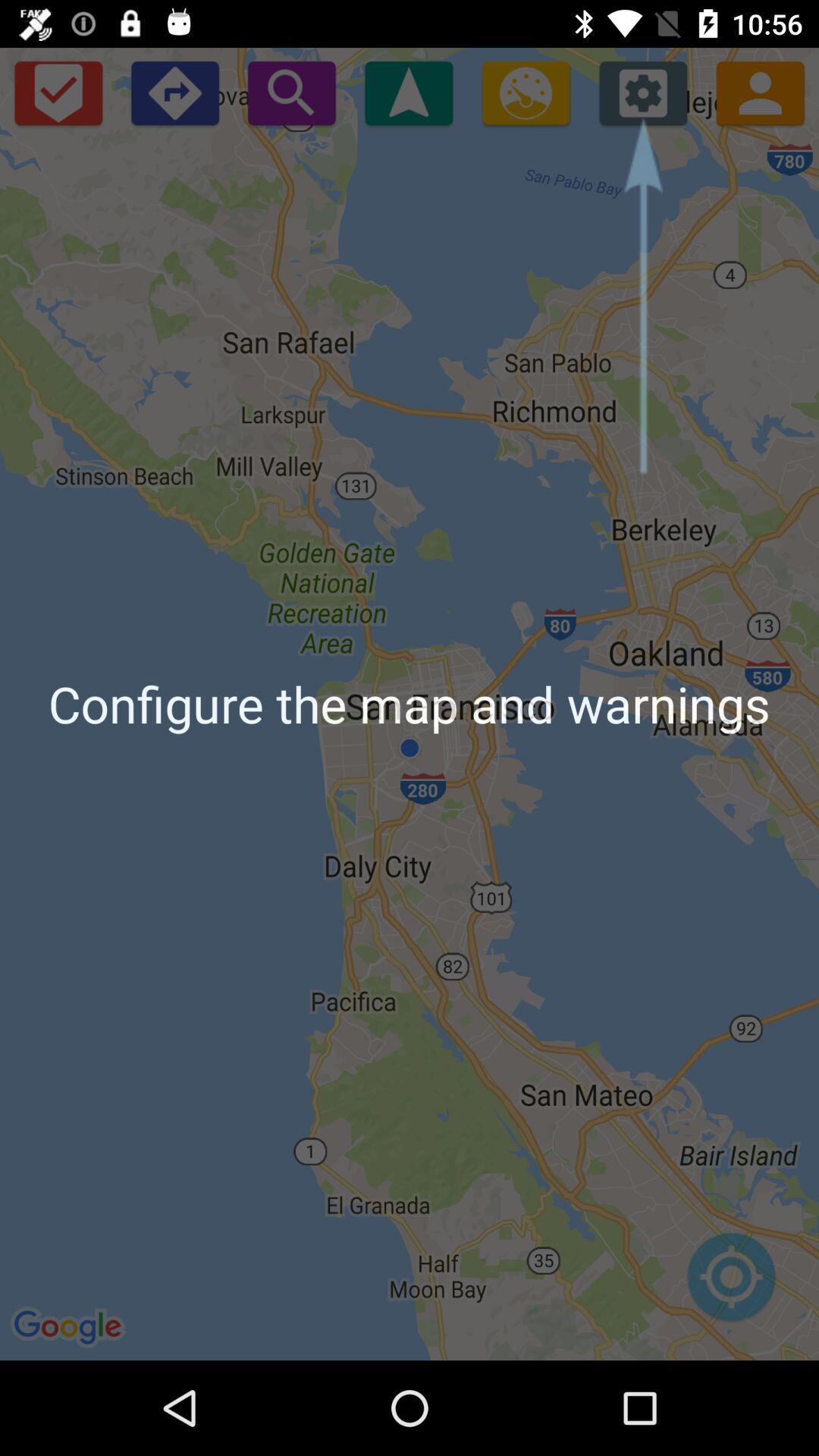  What do you see at coordinates (760, 92) in the screenshot?
I see `the avatar icon` at bounding box center [760, 92].